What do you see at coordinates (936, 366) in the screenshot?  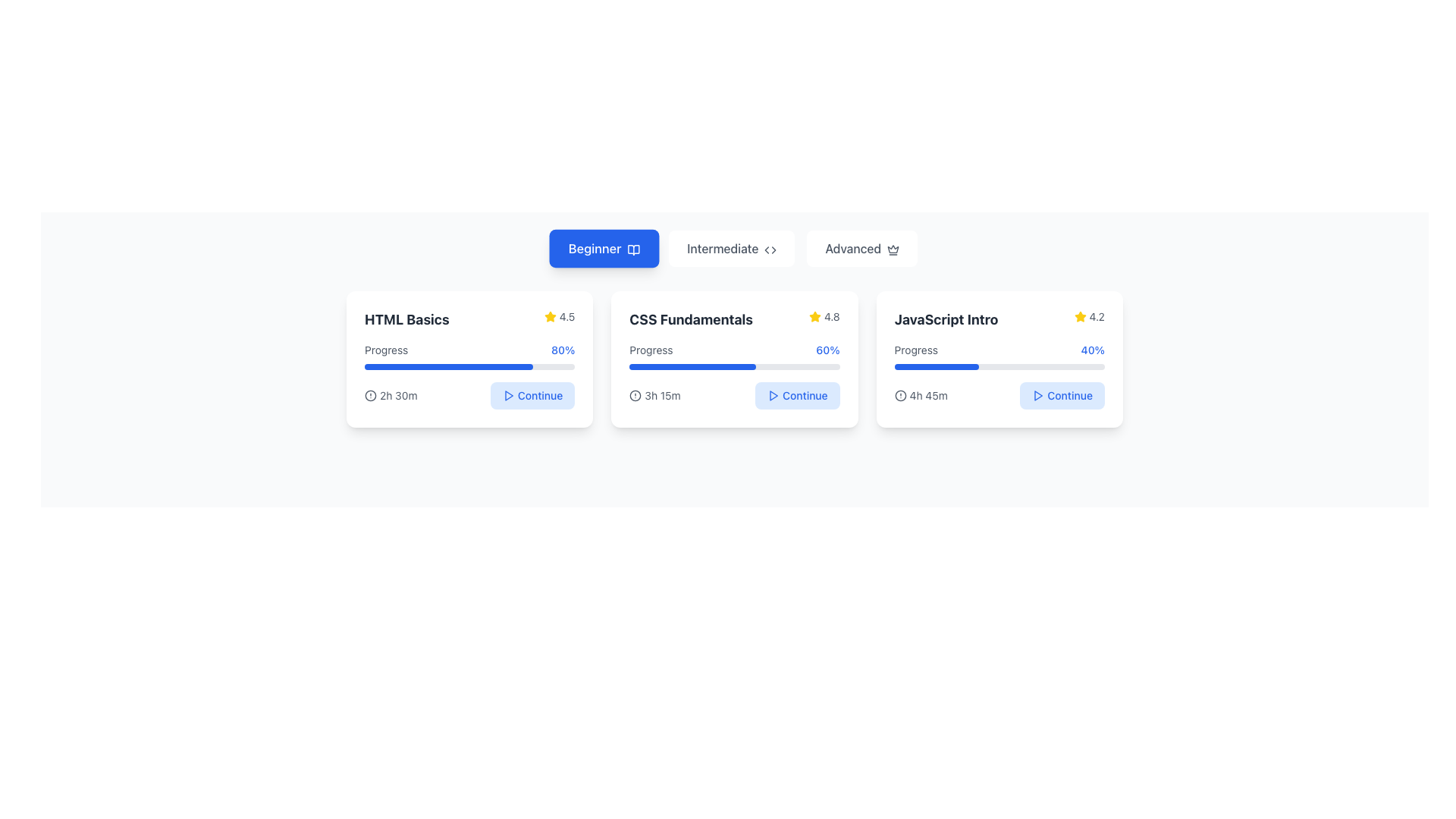 I see `the filled section of the progress bar representing 40% completion in the 'JavaScript Intro' card` at bounding box center [936, 366].